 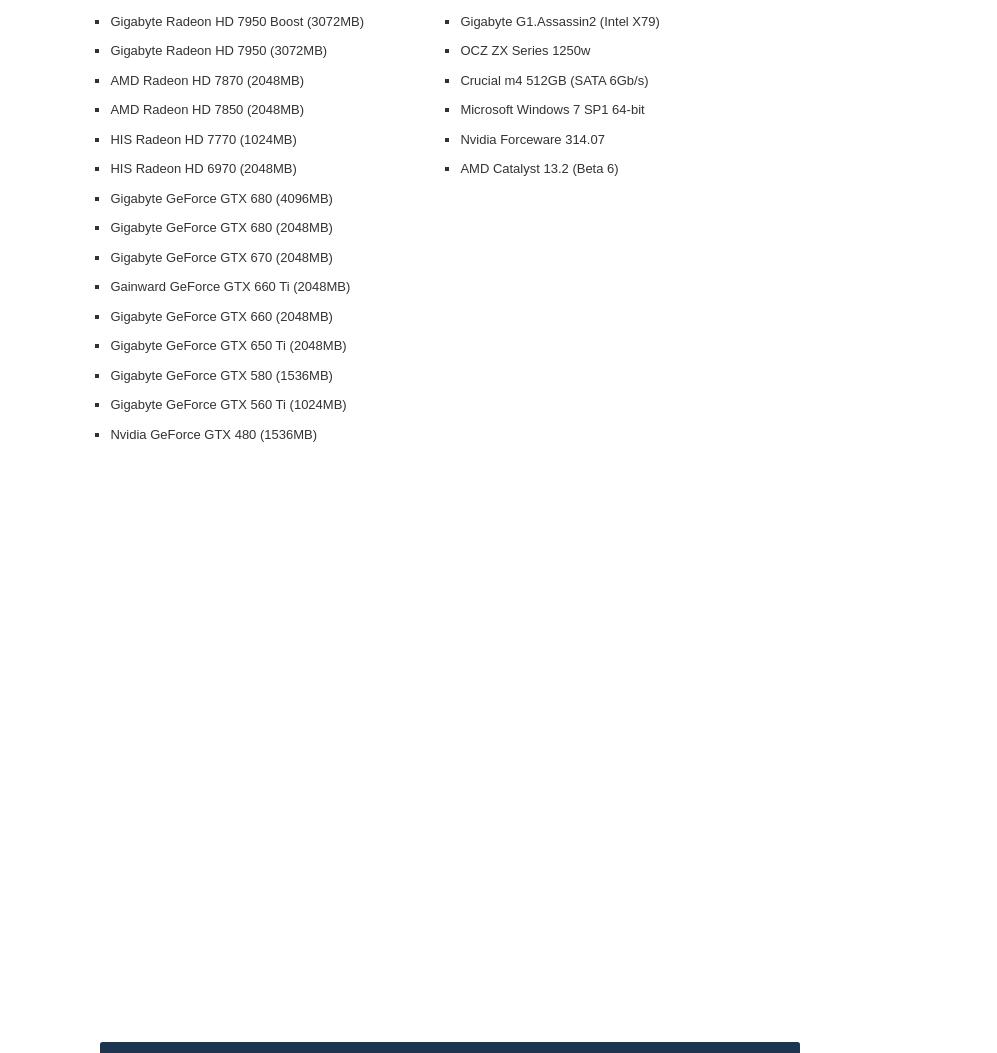 I want to click on 'Crucial m4 512GB (SATA 6Gb/s)', so click(x=460, y=78).